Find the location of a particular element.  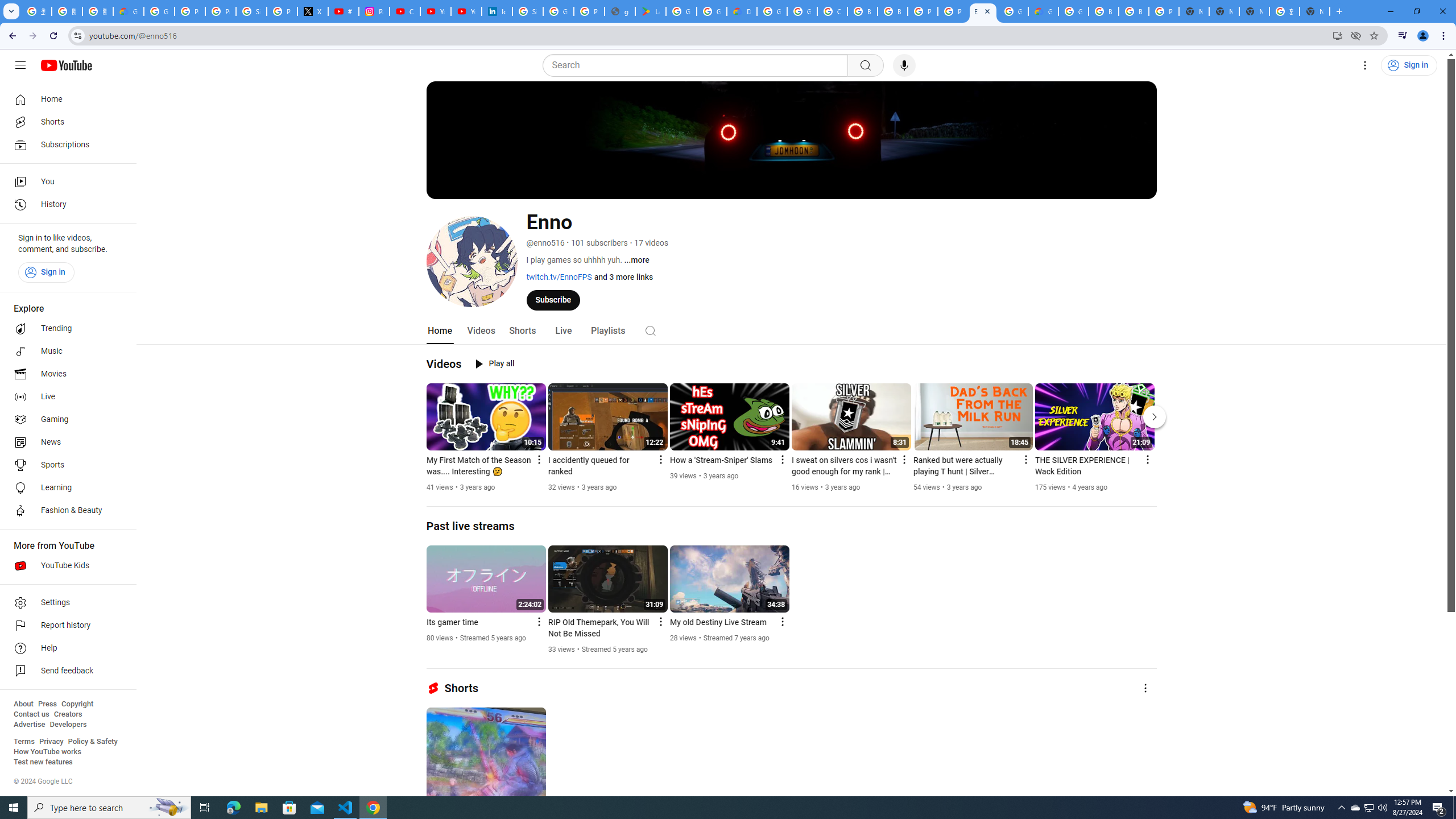

'Subscribe' is located at coordinates (552, 299).